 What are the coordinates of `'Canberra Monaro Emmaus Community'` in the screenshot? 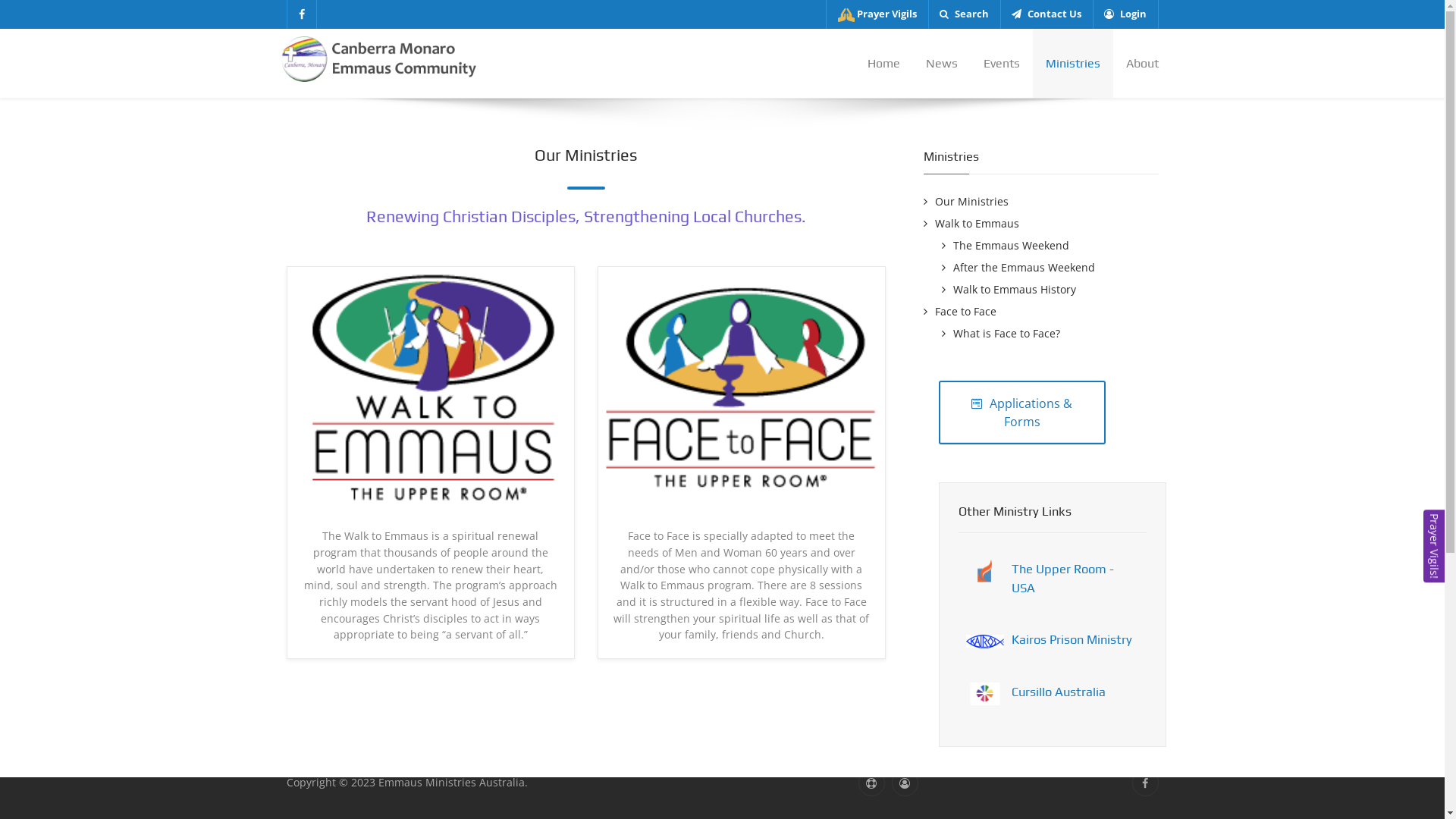 It's located at (381, 57).